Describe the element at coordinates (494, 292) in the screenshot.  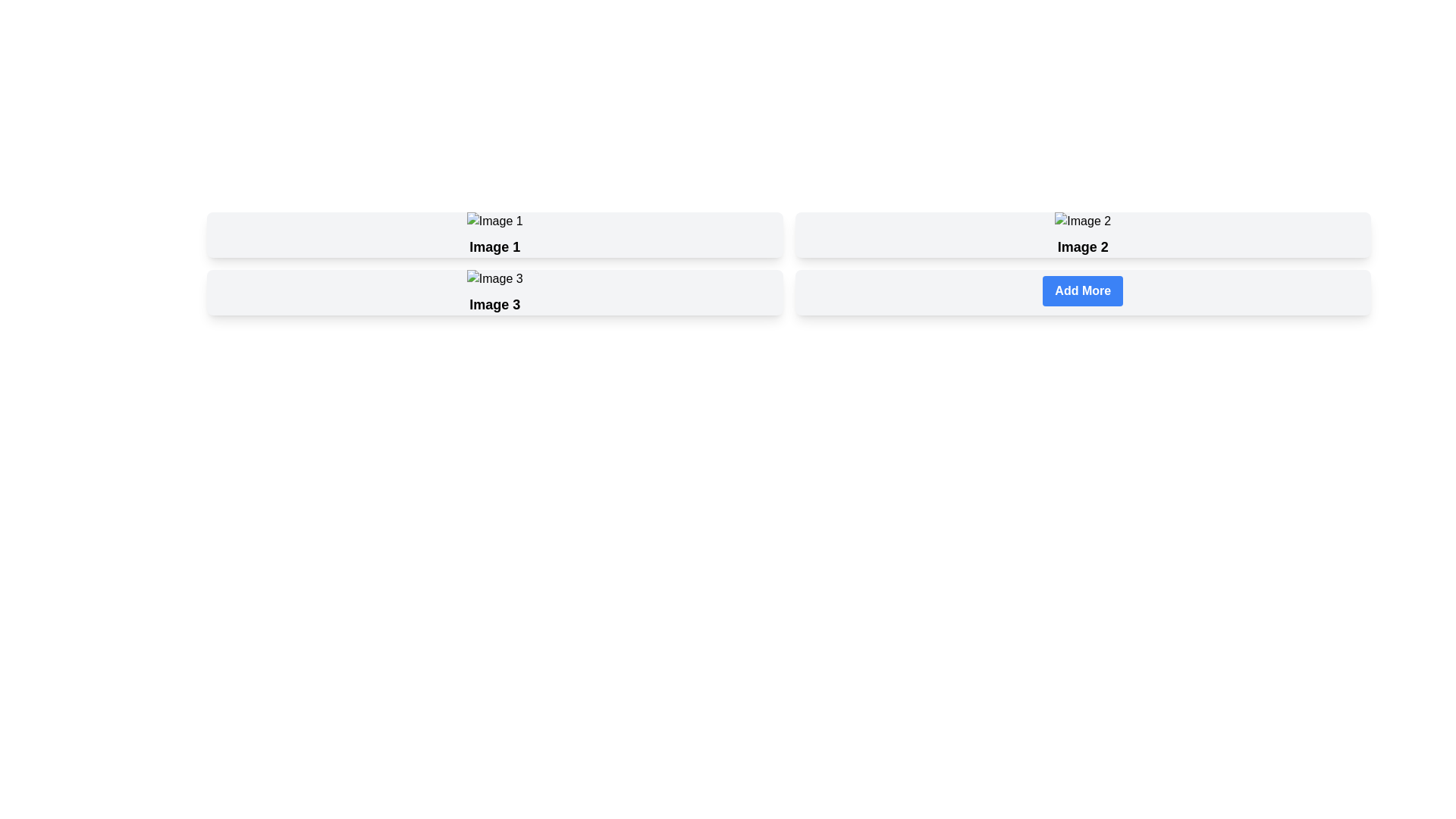
I see `the third card in the grid layout, which has a light gray background and a label reading 'Image 3'` at that location.